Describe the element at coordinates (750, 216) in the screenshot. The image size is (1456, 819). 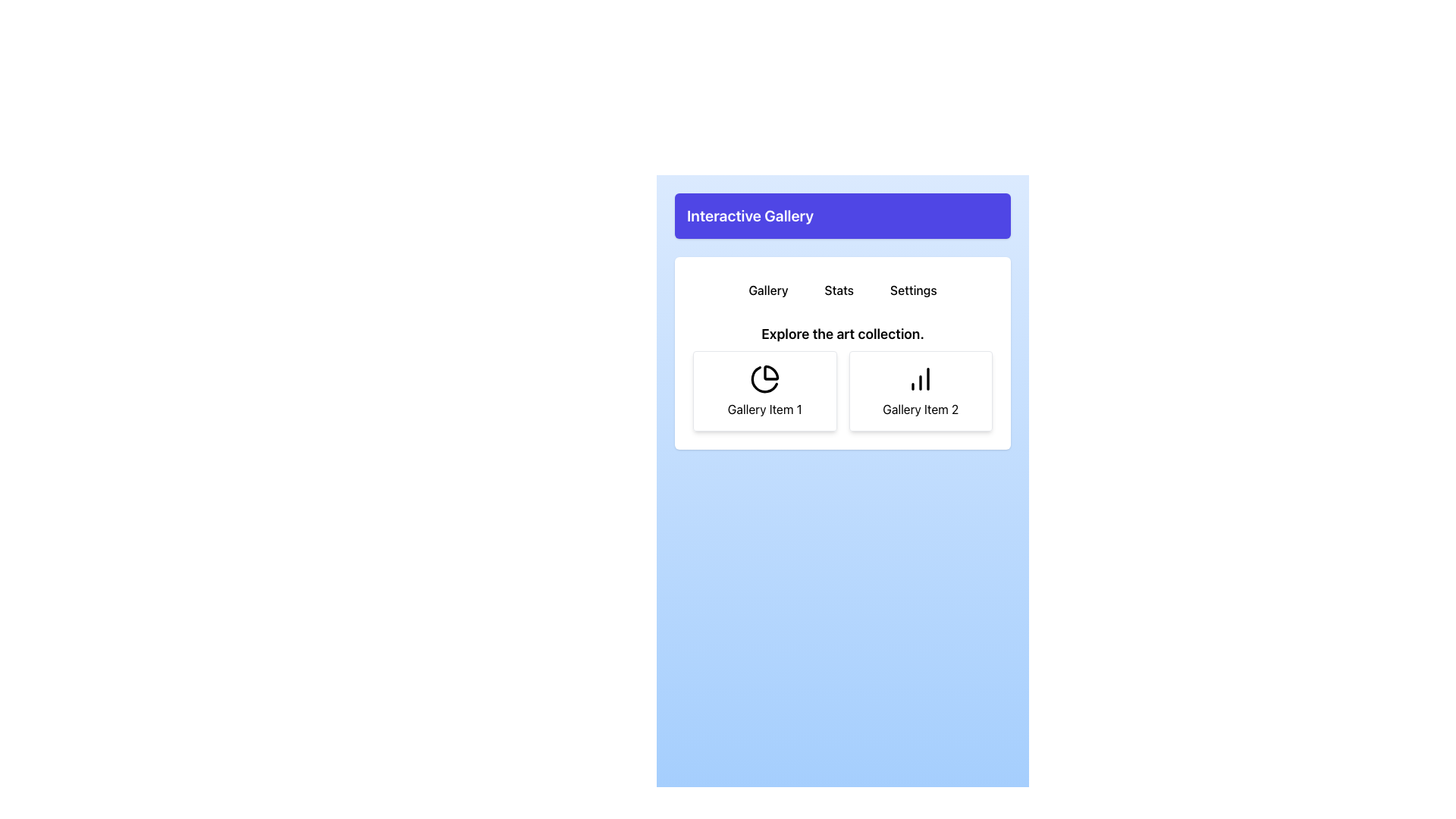
I see `the text label located at the top of the interface, which serves as a heading or title within a purple header bar` at that location.